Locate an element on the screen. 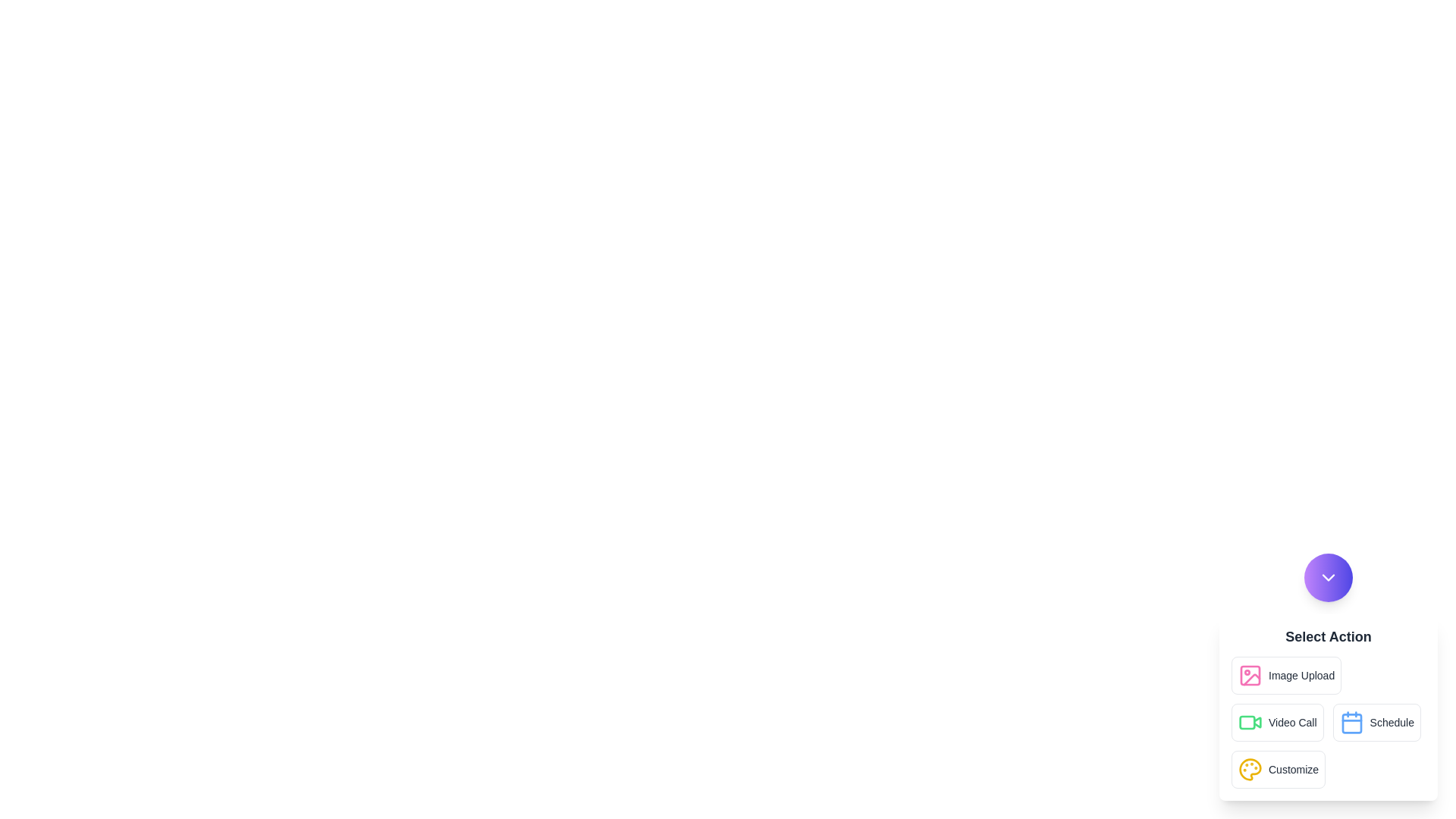  the pink icon resembling a sun or moon within the 'Image Upload' button located at the top left of the action buttons panel is located at coordinates (1250, 675).